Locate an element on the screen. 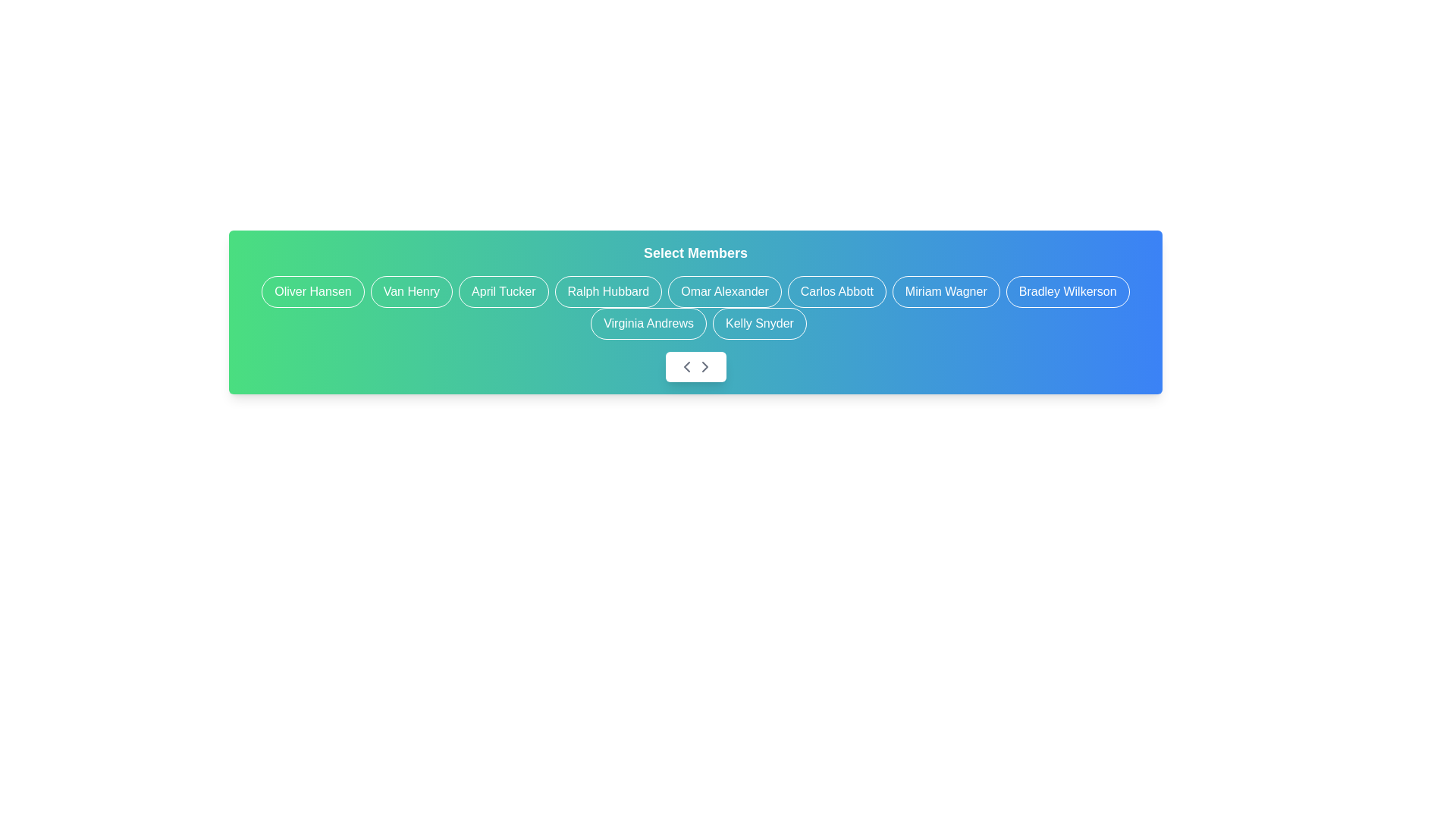 This screenshot has width=1456, height=819. the button representing the user 'Bradley Wilkerson' is located at coordinates (1067, 292).